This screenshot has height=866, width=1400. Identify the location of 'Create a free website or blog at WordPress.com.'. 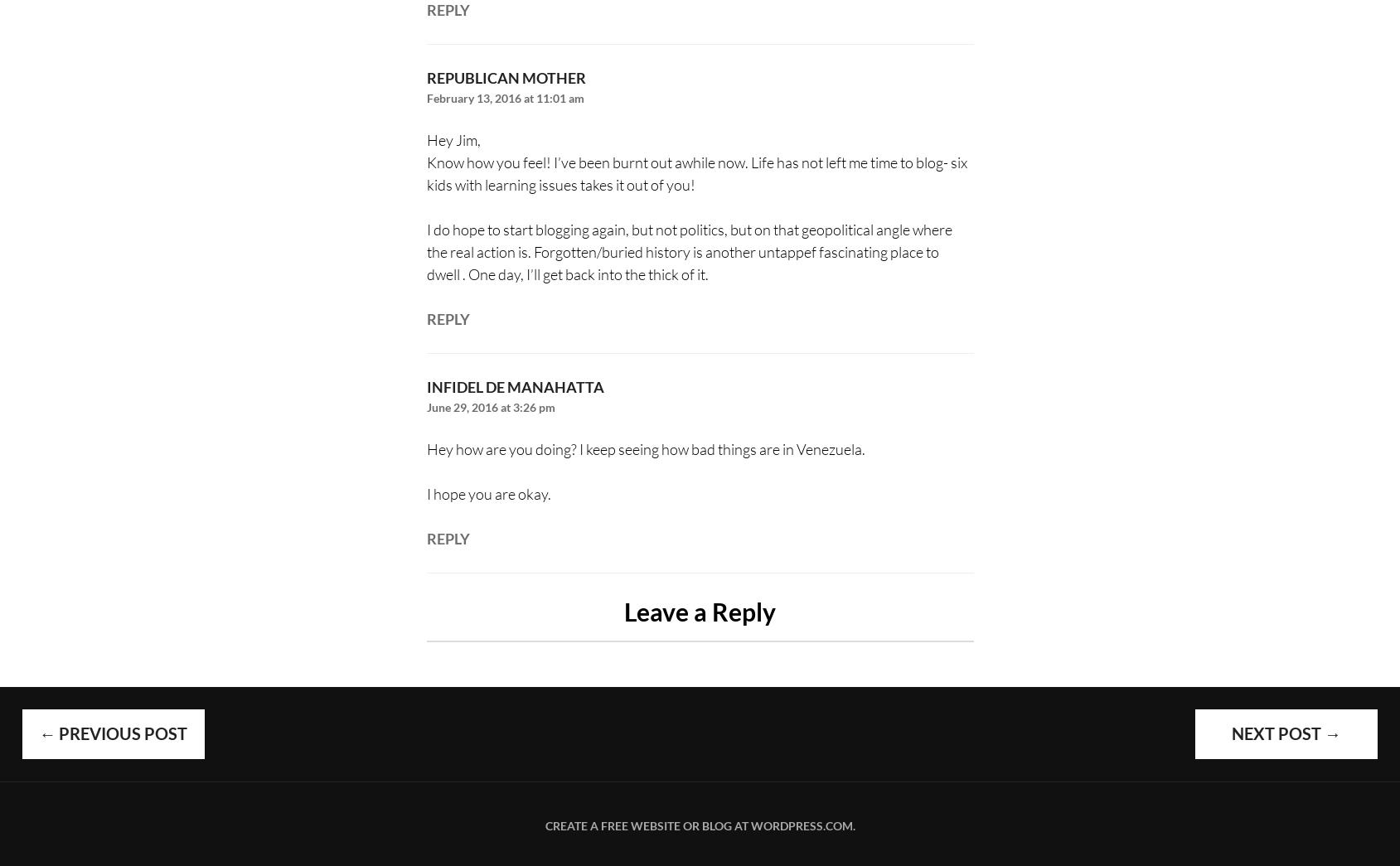
(698, 825).